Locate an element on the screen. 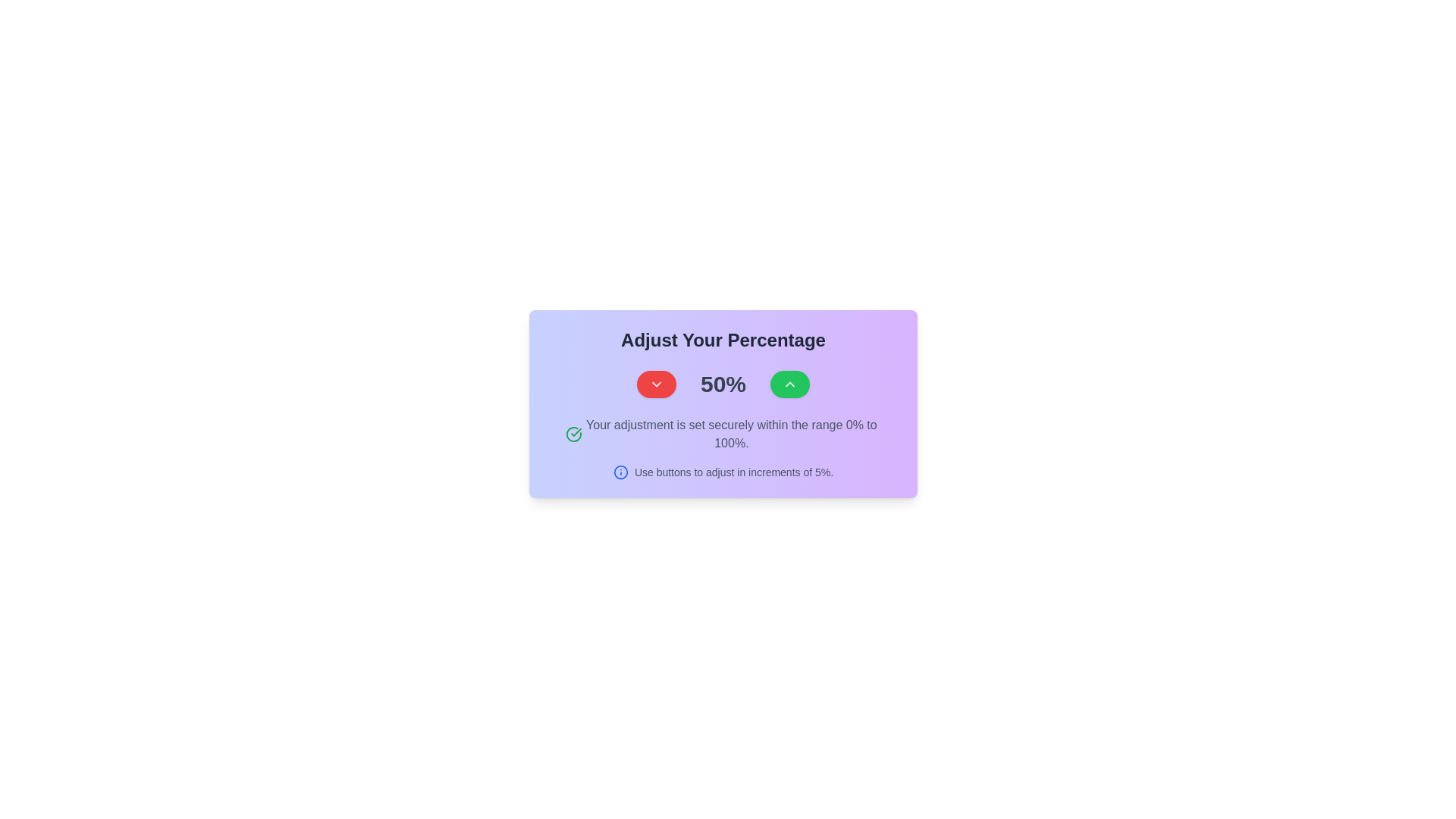 The image size is (1456, 819). the static text that reads 'Use buttons to adjust in increments of 5%', which is styled in gray and located in the bottom section of the card, to the right of an information icon is located at coordinates (734, 472).